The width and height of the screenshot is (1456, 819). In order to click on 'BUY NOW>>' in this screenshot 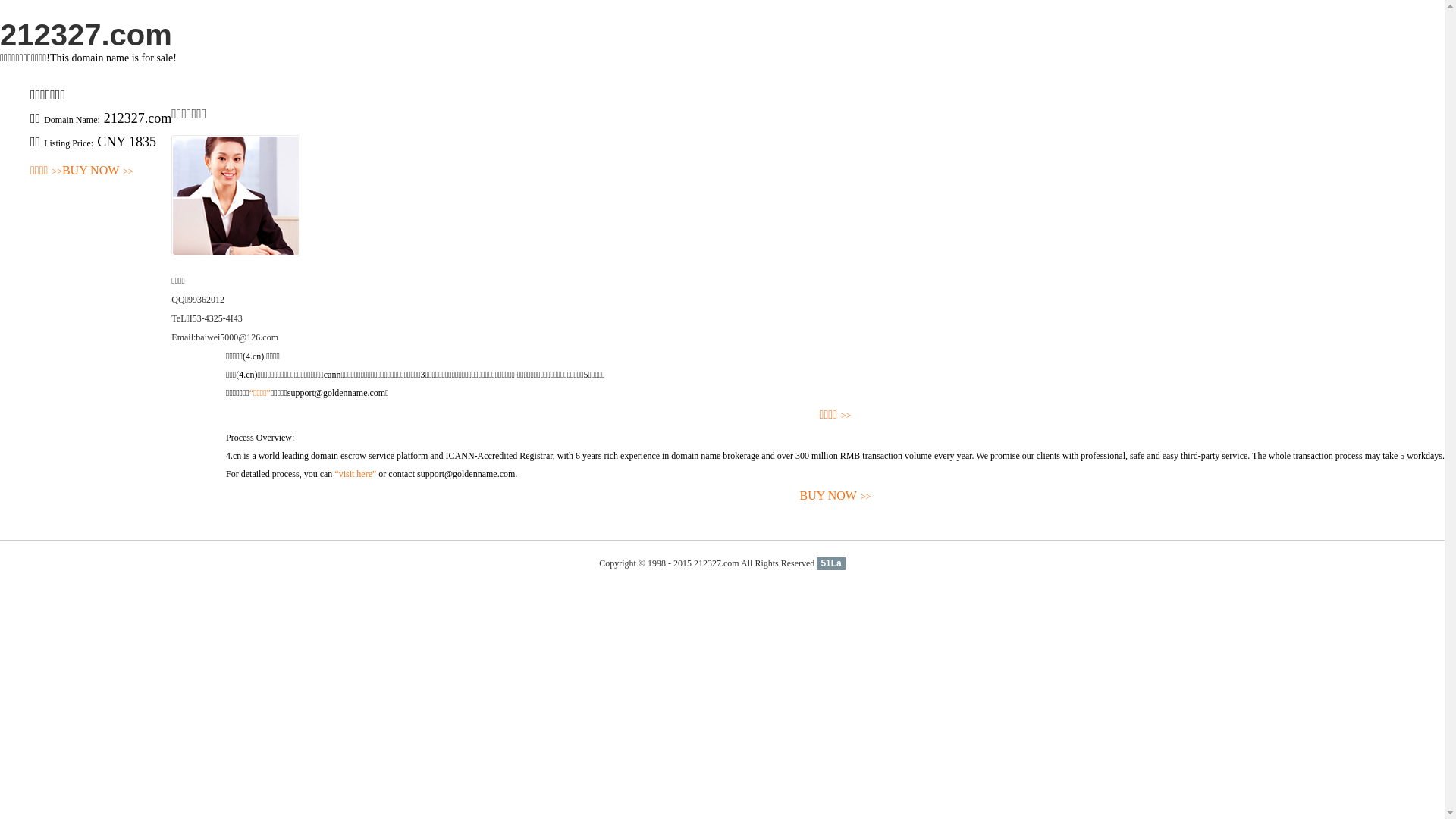, I will do `click(61, 171)`.